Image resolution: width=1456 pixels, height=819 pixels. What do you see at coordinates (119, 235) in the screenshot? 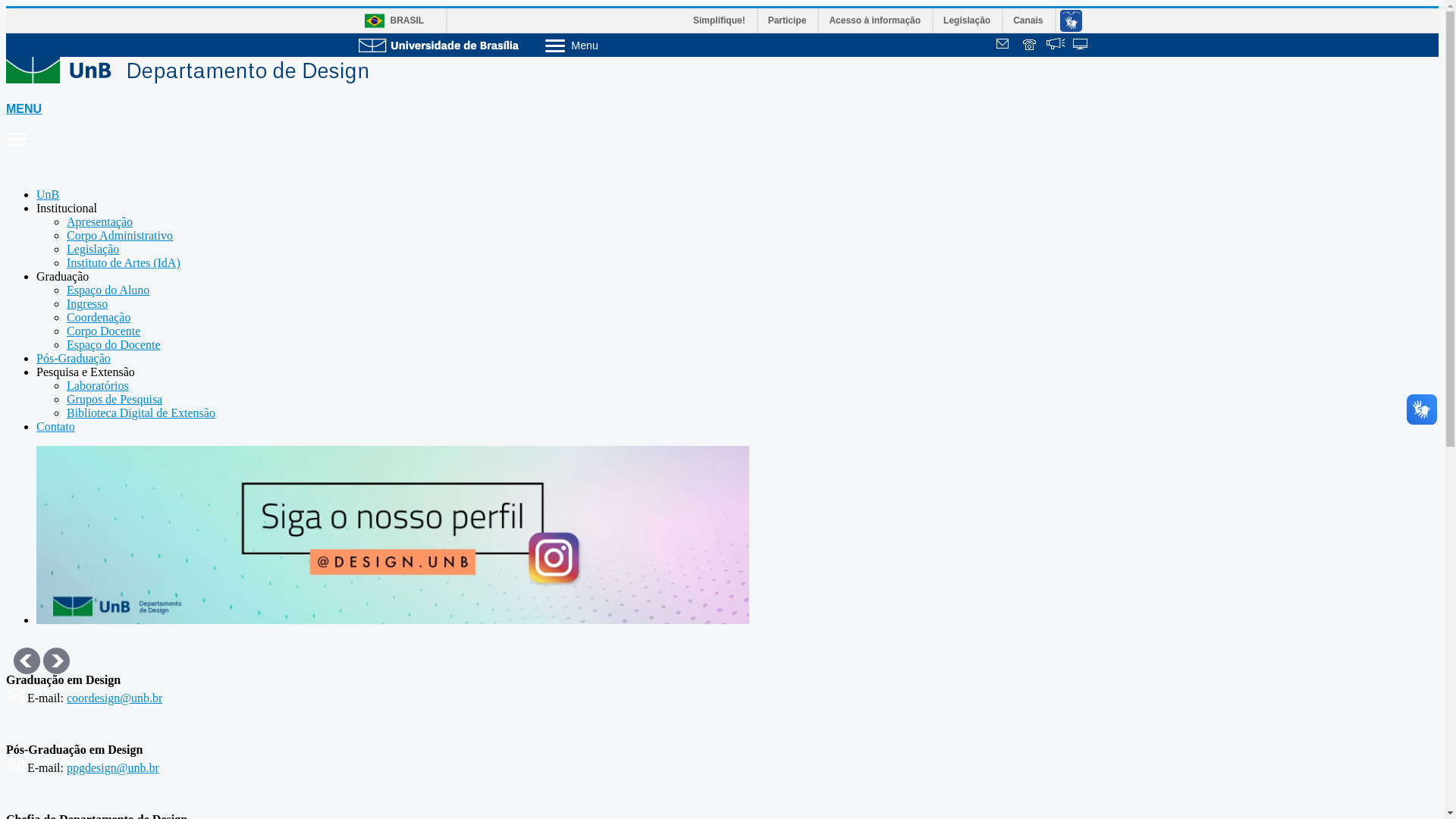
I see `'Corpo Administrativo'` at bounding box center [119, 235].